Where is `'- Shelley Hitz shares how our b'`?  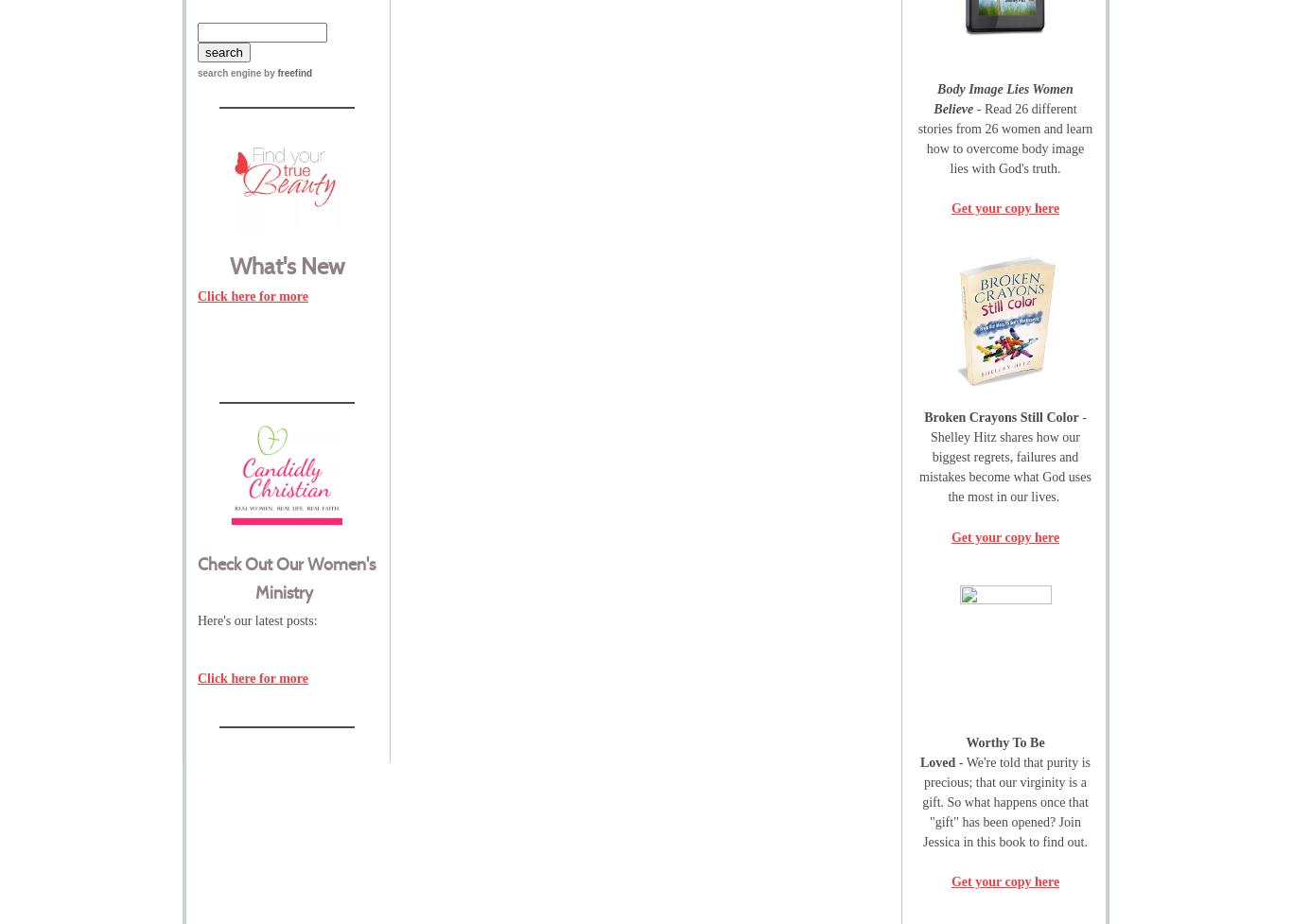 '- Shelley Hitz shares how our b' is located at coordinates (1007, 437).